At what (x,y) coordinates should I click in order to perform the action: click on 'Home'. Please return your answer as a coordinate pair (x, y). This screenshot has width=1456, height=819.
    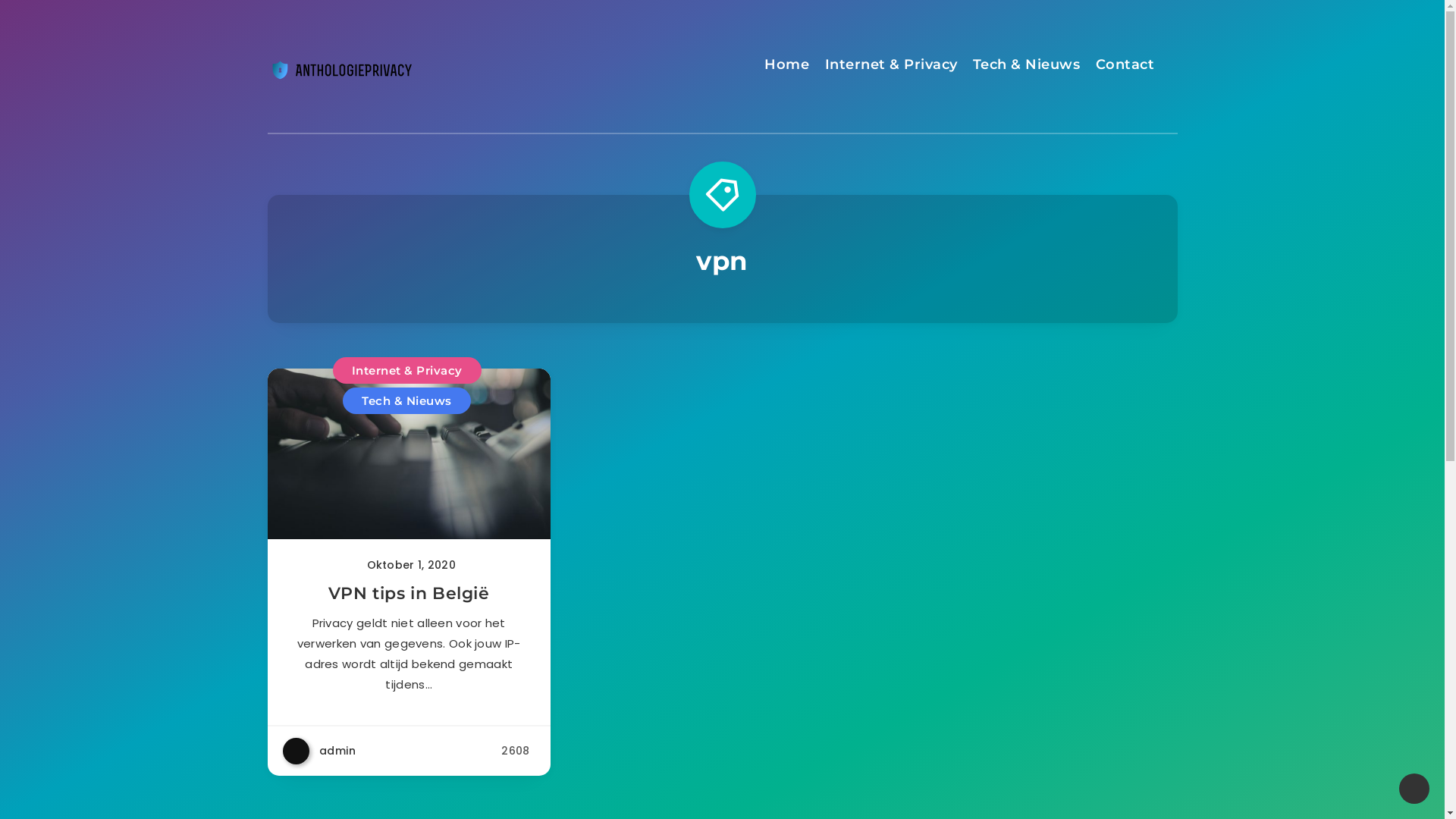
    Looking at the image, I should click on (786, 65).